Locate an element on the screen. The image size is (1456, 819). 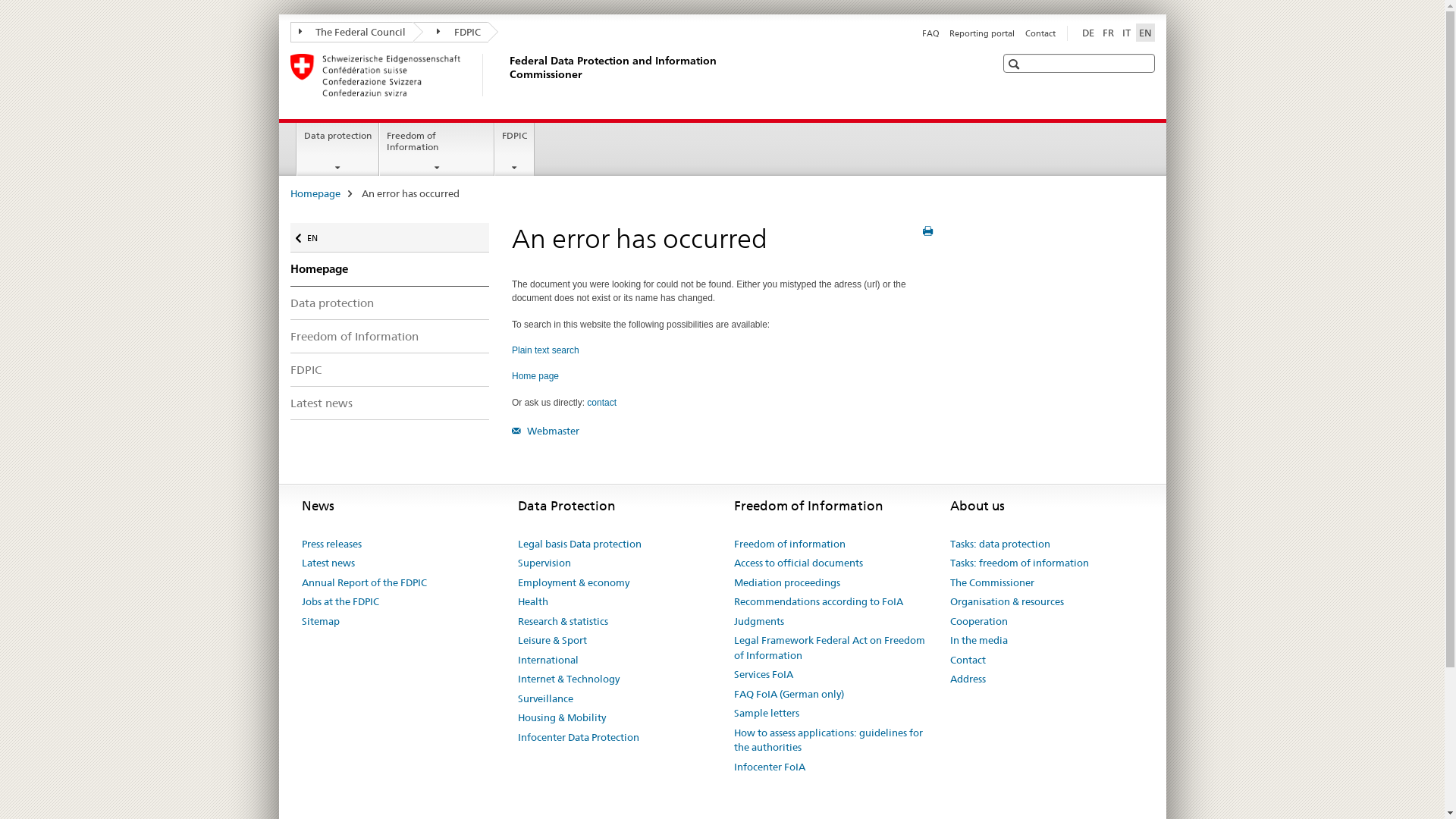
'FAQ FoIA (German only)' is located at coordinates (789, 694).